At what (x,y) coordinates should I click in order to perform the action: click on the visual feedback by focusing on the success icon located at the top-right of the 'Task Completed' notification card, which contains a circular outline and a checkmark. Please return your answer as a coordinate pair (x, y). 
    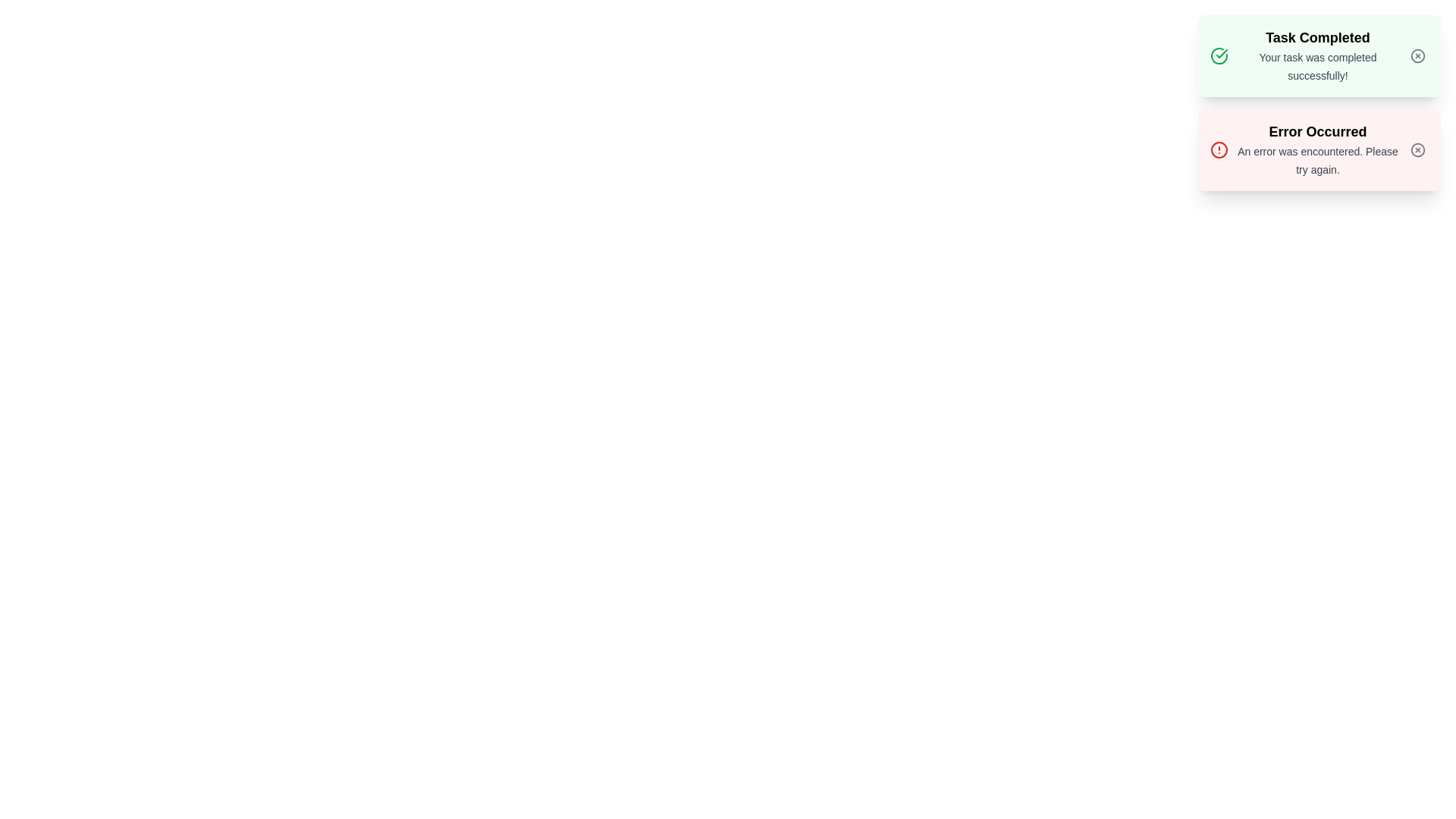
    Looking at the image, I should click on (1222, 52).